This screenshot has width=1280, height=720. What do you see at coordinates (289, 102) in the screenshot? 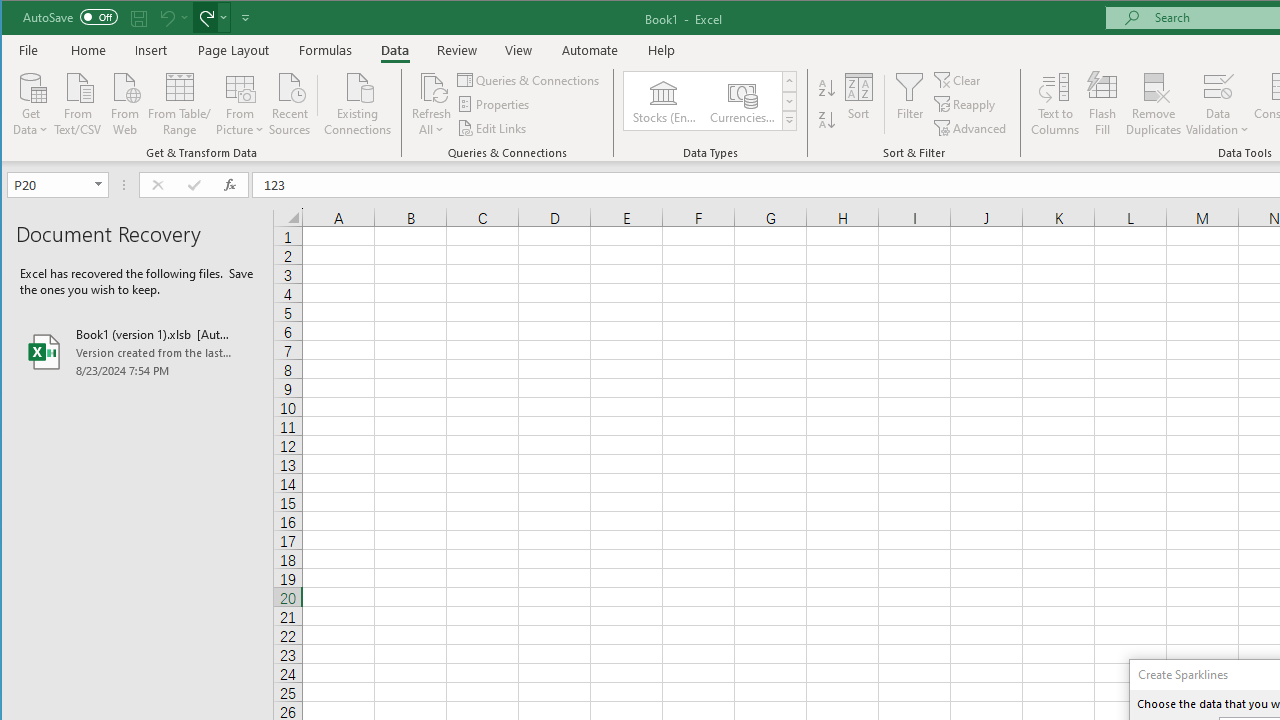
I see `'Recent Sources'` at bounding box center [289, 102].